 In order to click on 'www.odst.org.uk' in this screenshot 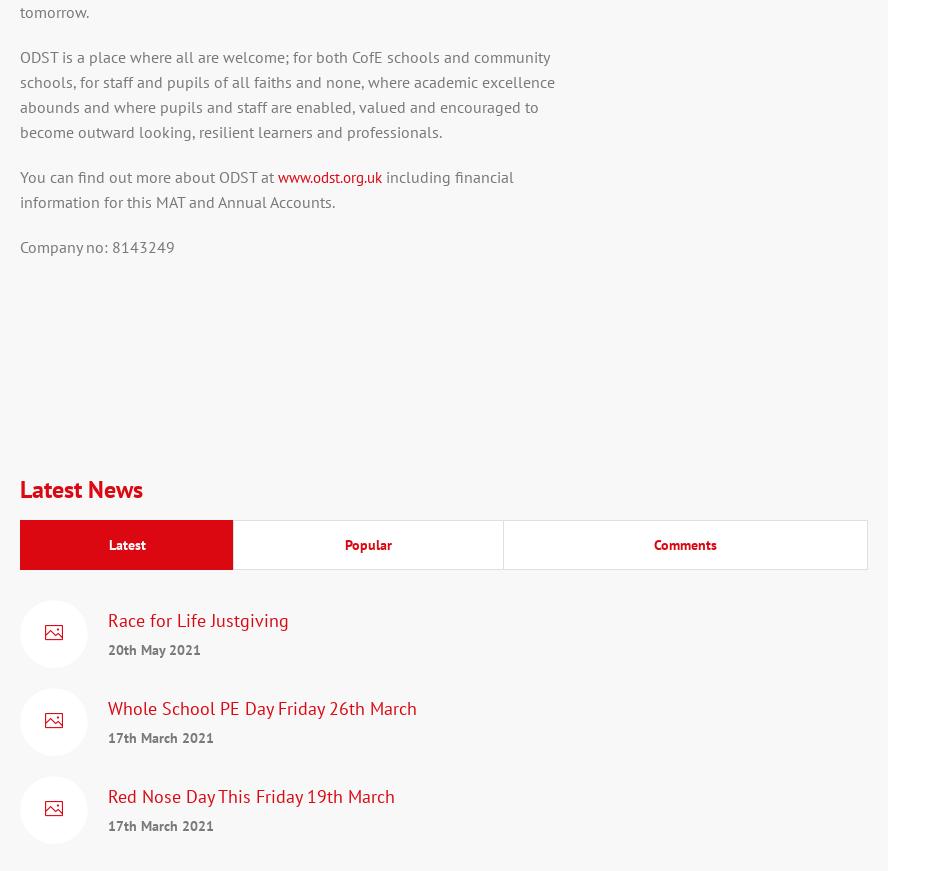, I will do `click(276, 177)`.